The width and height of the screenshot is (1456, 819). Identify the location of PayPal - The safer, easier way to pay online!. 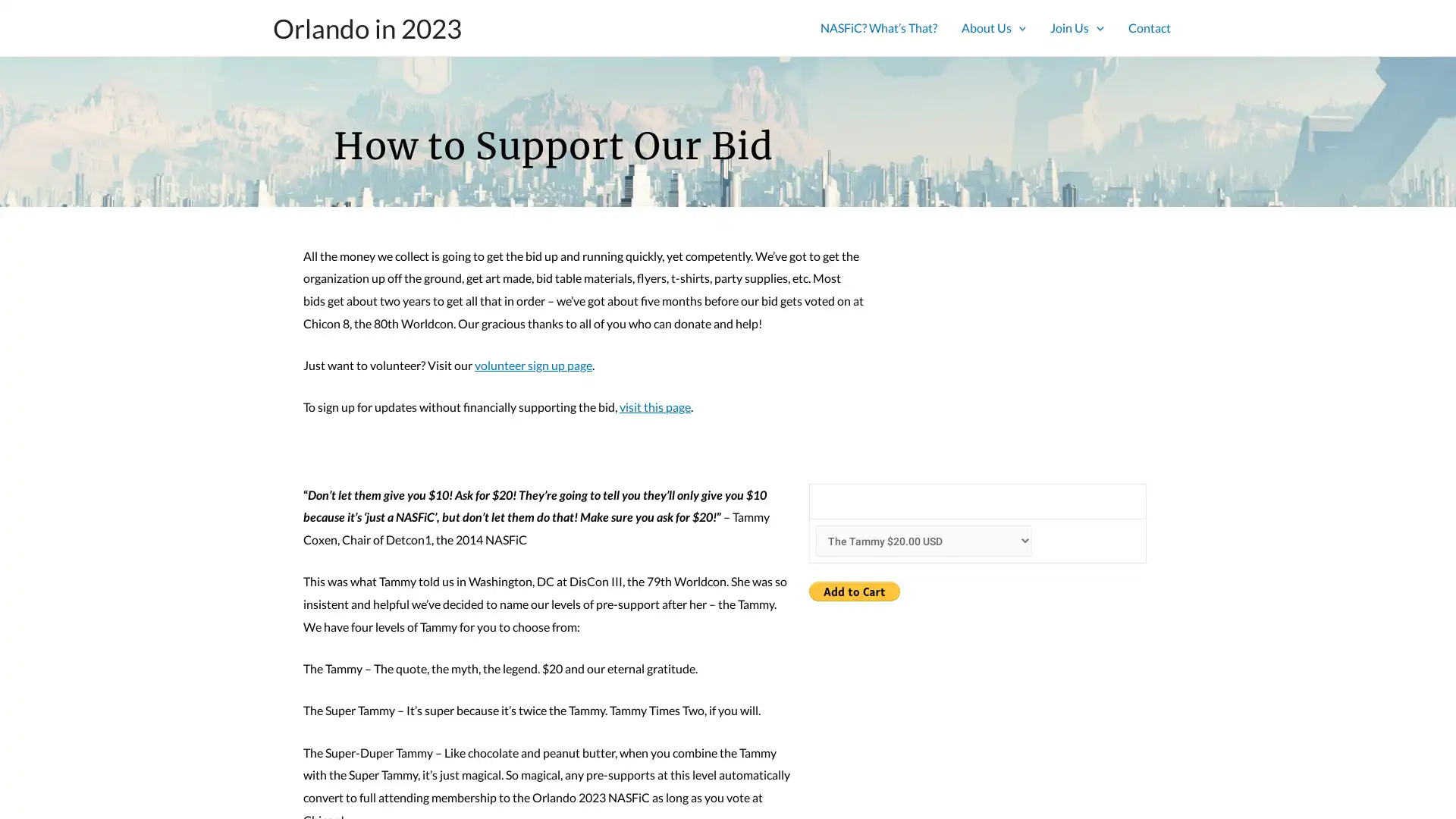
(855, 593).